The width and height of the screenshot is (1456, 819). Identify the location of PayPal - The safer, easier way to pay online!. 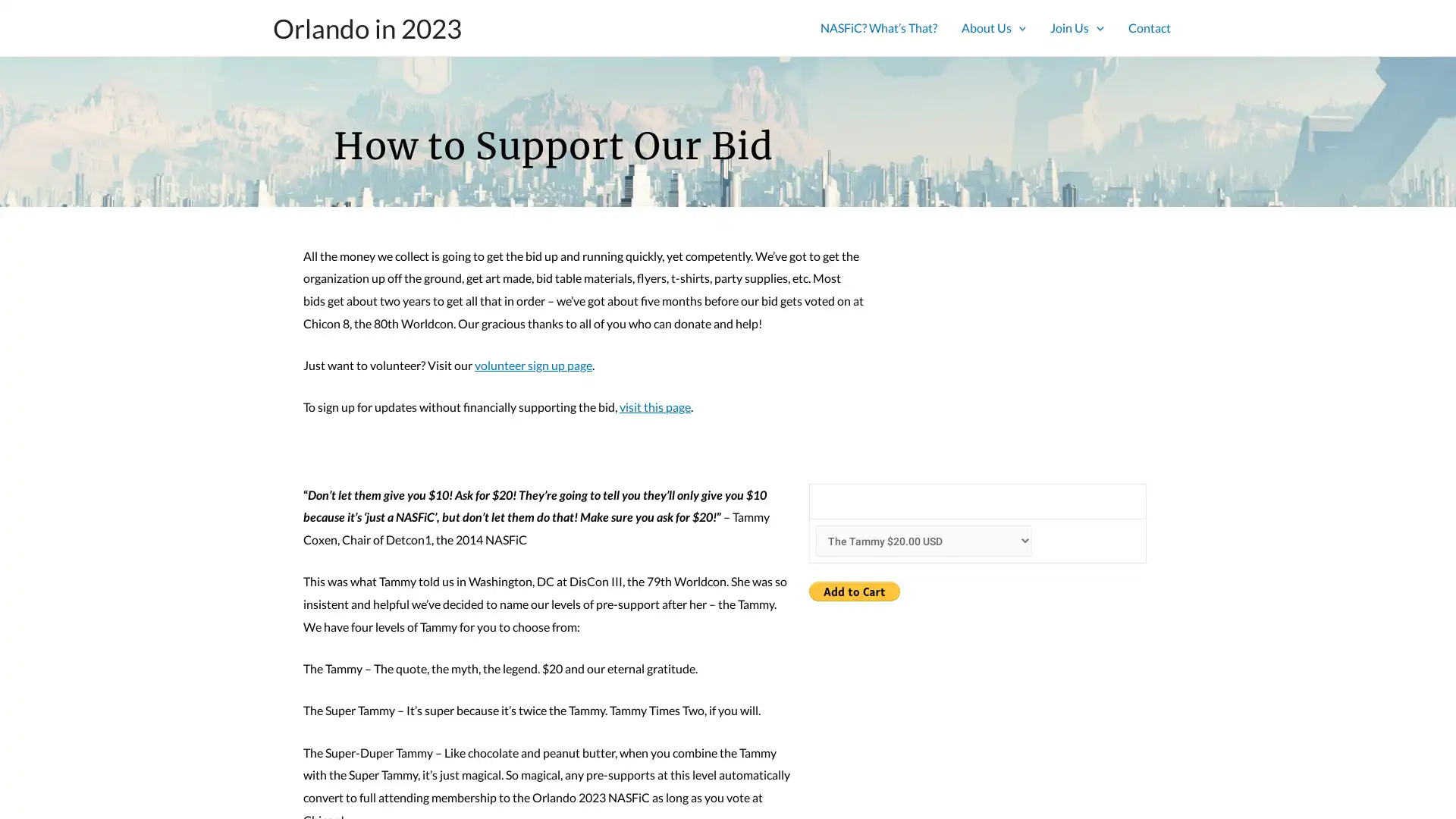
(855, 593).